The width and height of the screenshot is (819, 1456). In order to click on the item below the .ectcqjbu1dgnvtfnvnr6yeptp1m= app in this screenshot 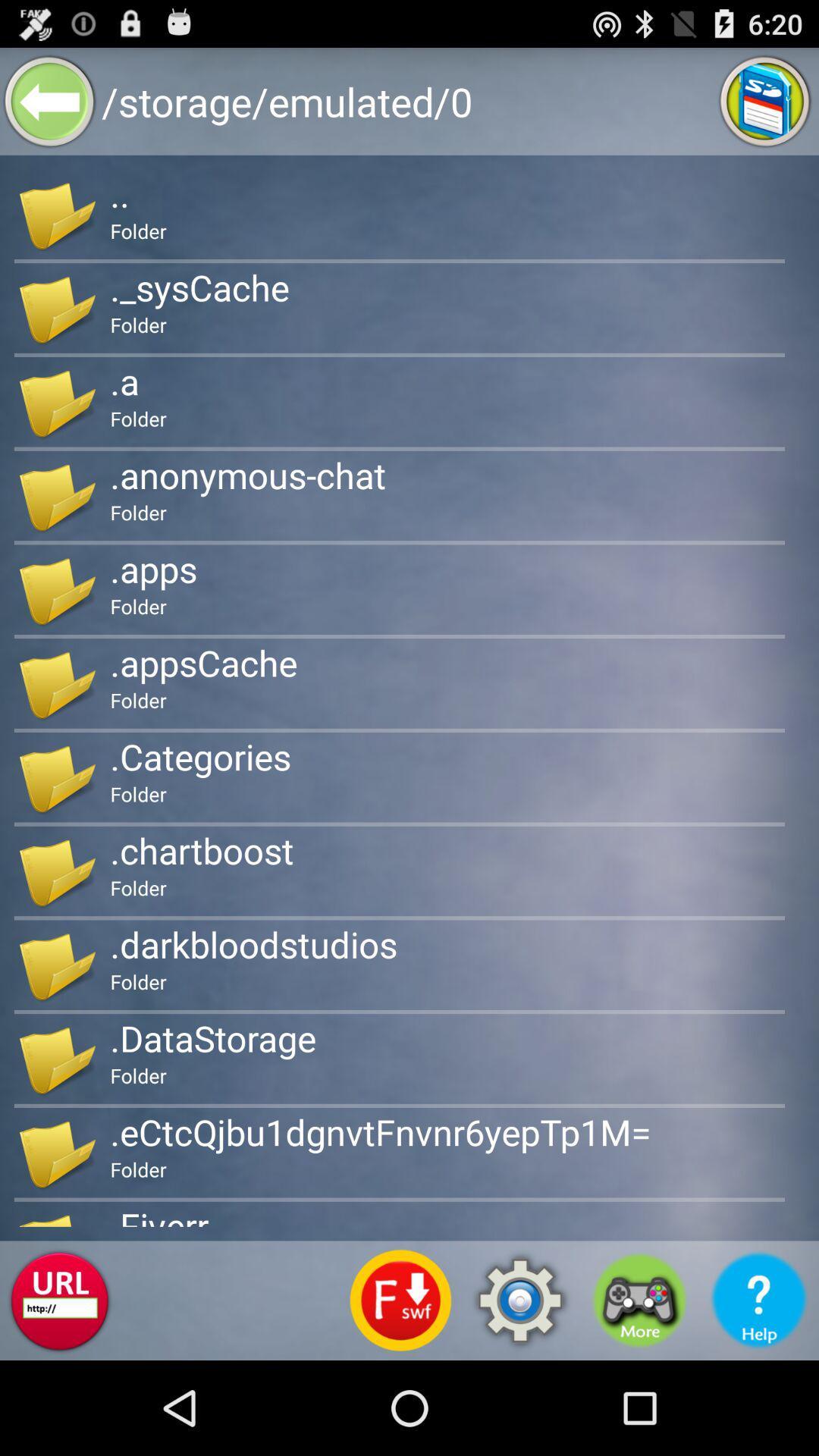, I will do `click(400, 1300)`.